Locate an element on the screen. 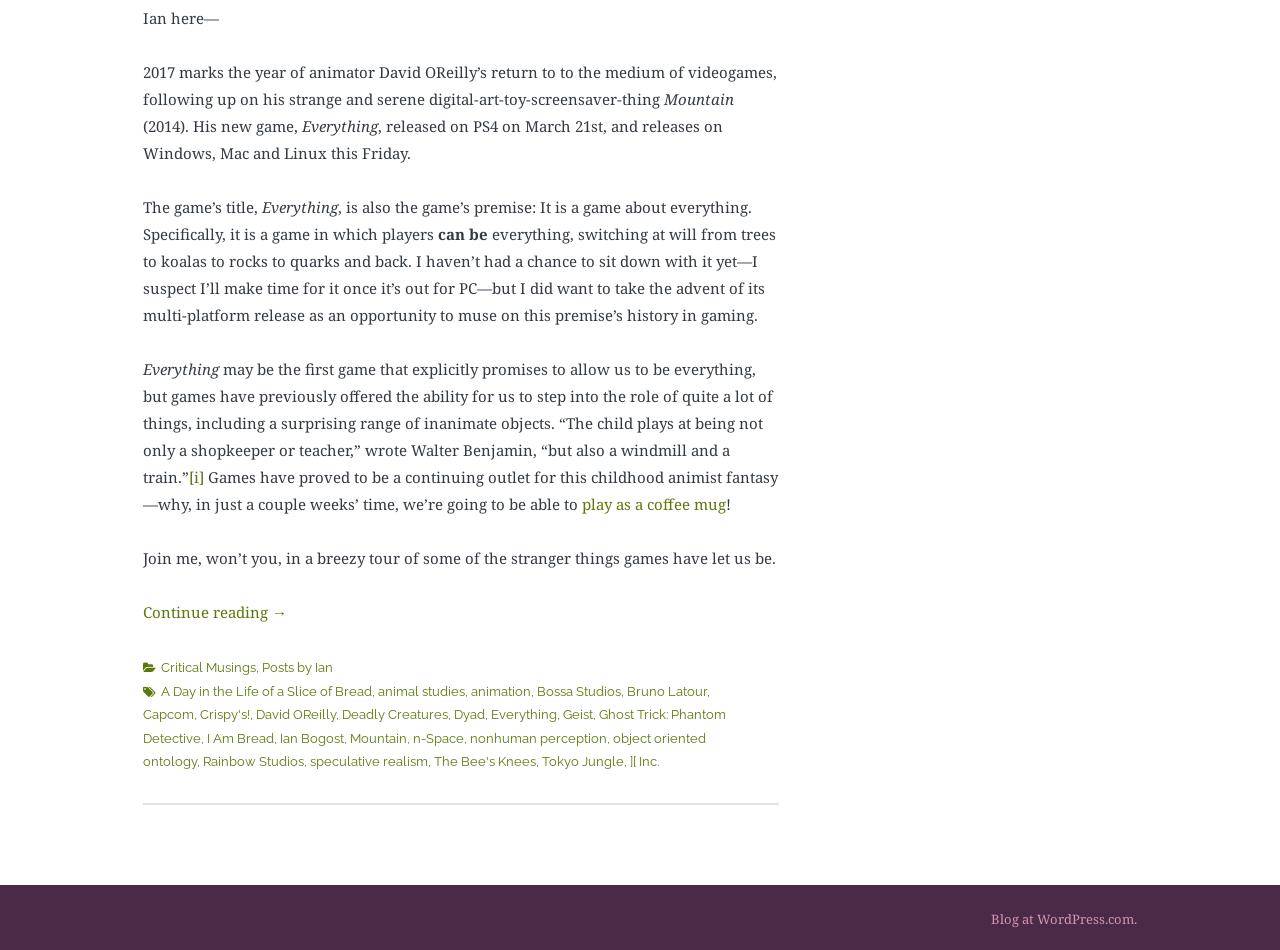 The image size is (1280, 950). 'animation' is located at coordinates (500, 690).